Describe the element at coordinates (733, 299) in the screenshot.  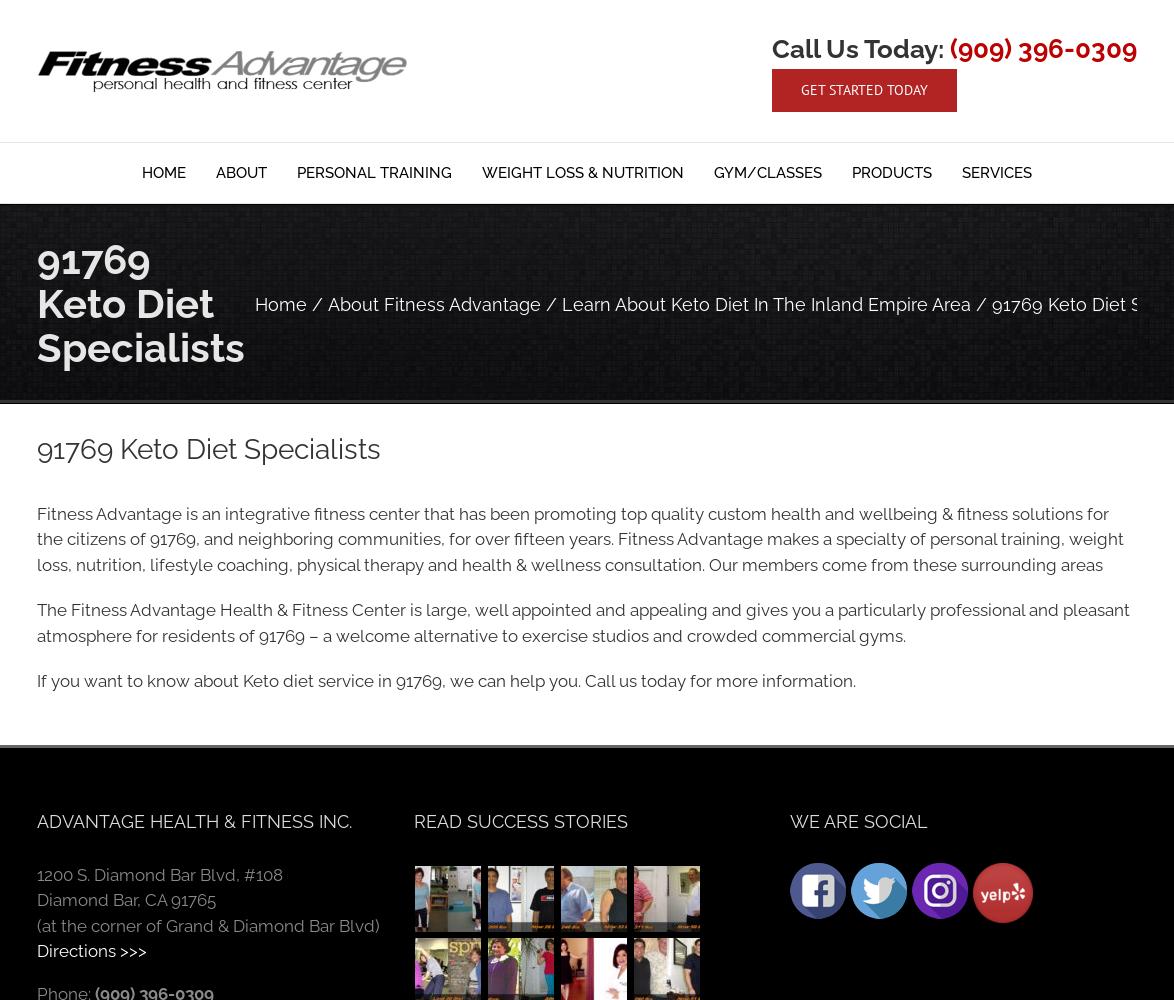
I see `'Pilates'` at that location.